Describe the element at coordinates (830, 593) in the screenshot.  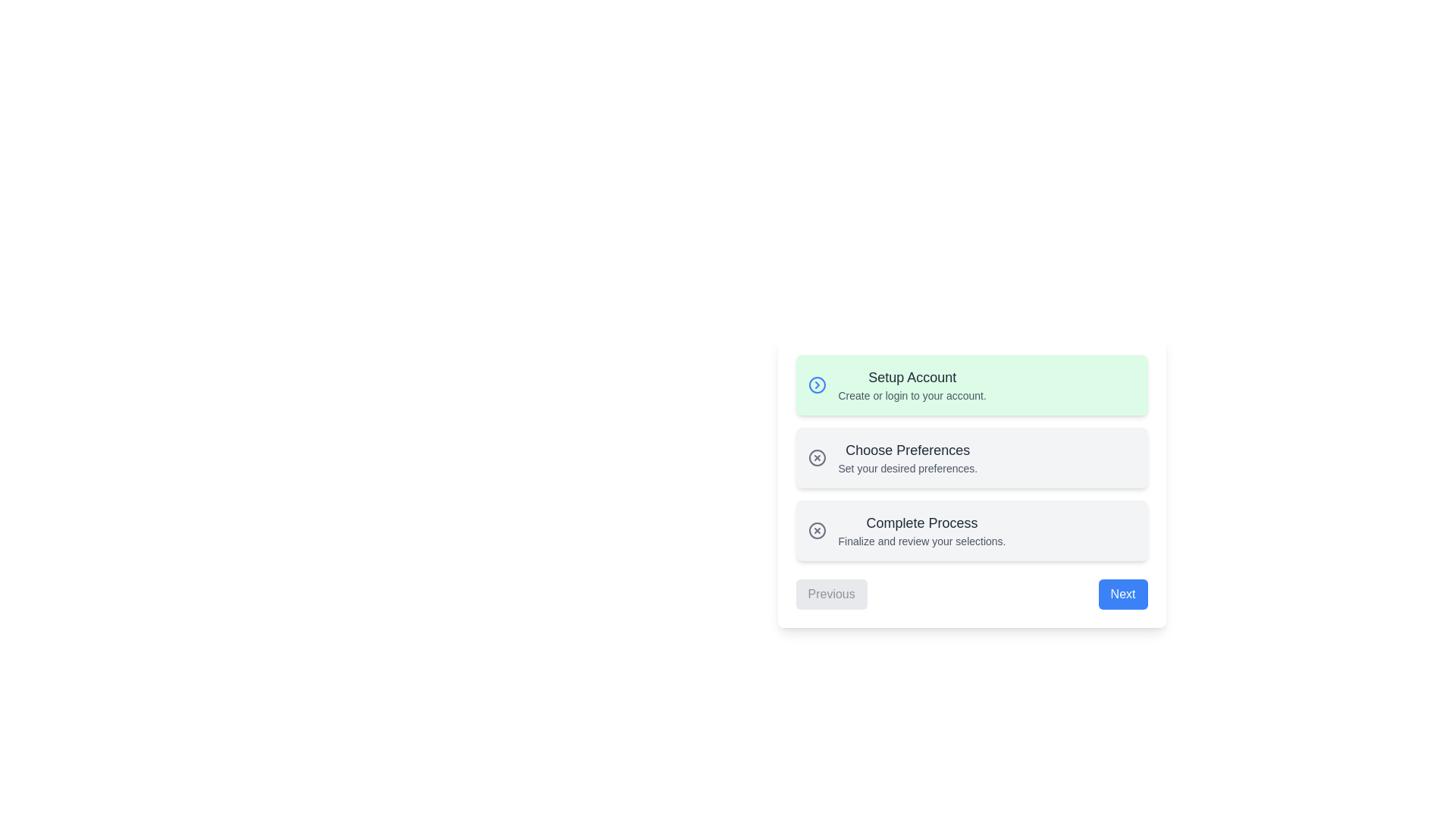
I see `the 'Previous' button with a light gray background and dark gray text` at that location.